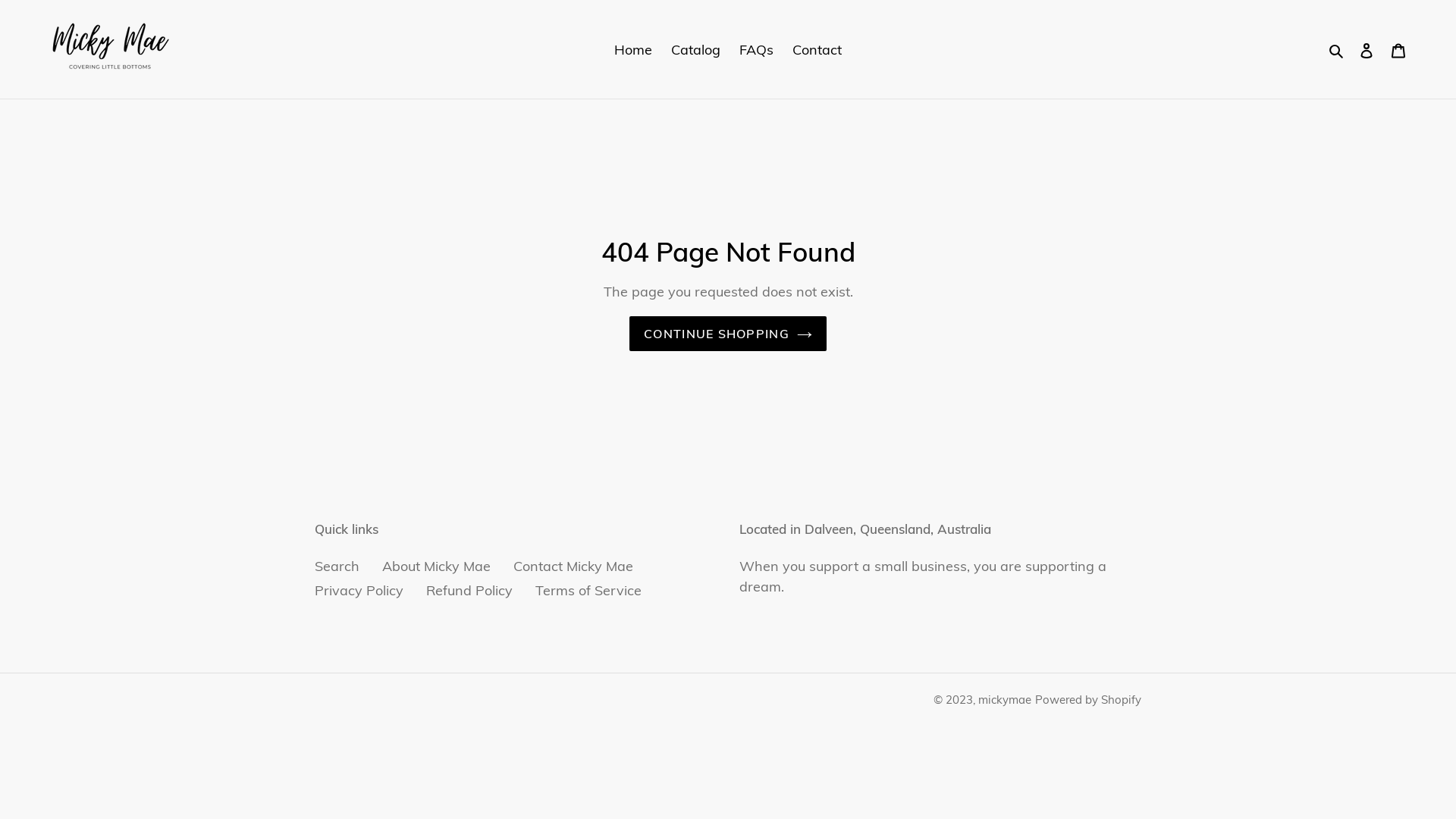 Image resolution: width=1456 pixels, height=819 pixels. I want to click on 'About Micky Mae', so click(382, 566).